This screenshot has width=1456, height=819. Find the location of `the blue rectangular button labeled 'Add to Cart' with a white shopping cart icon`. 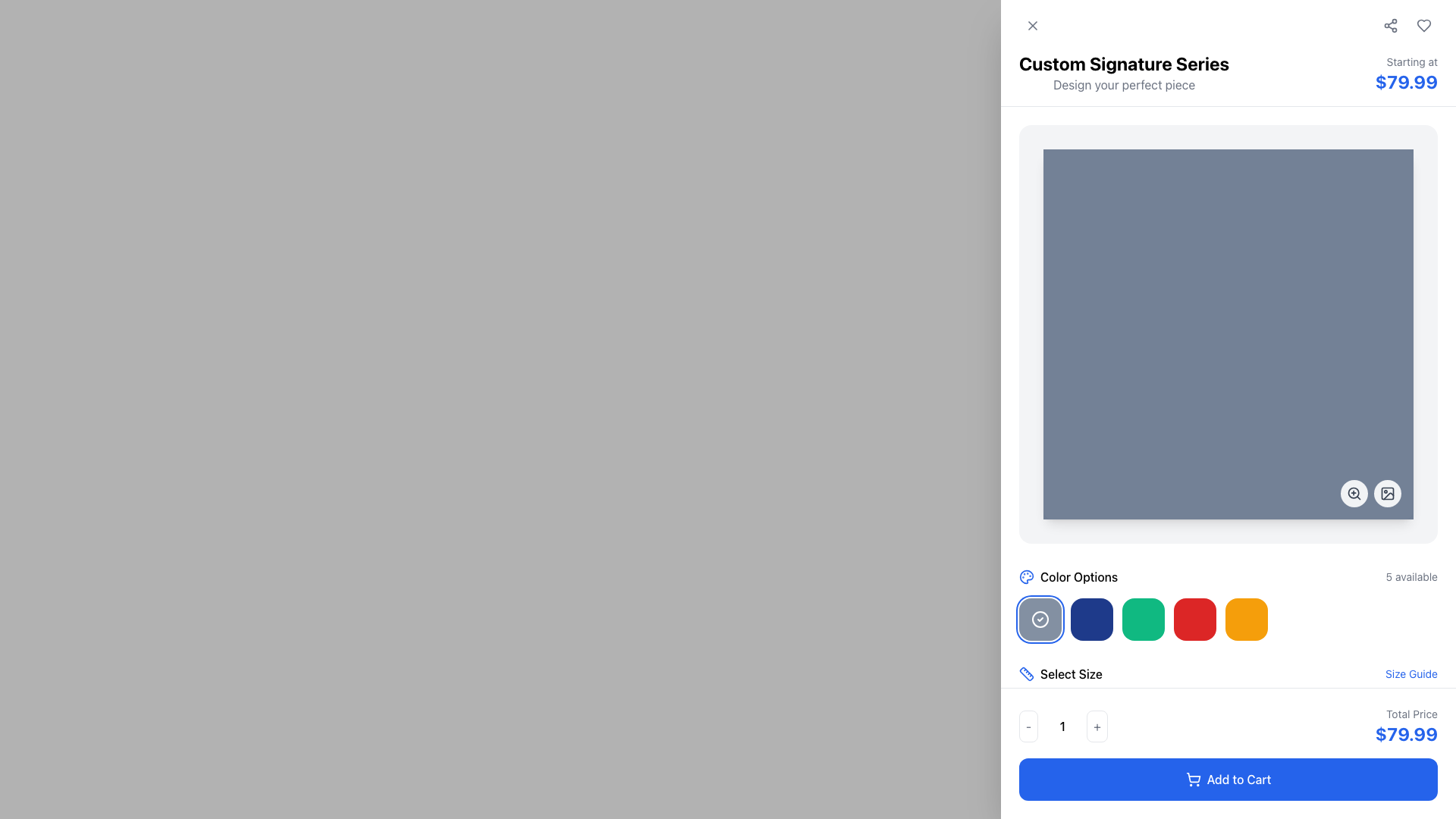

the blue rectangular button labeled 'Add to Cart' with a white shopping cart icon is located at coordinates (1228, 780).